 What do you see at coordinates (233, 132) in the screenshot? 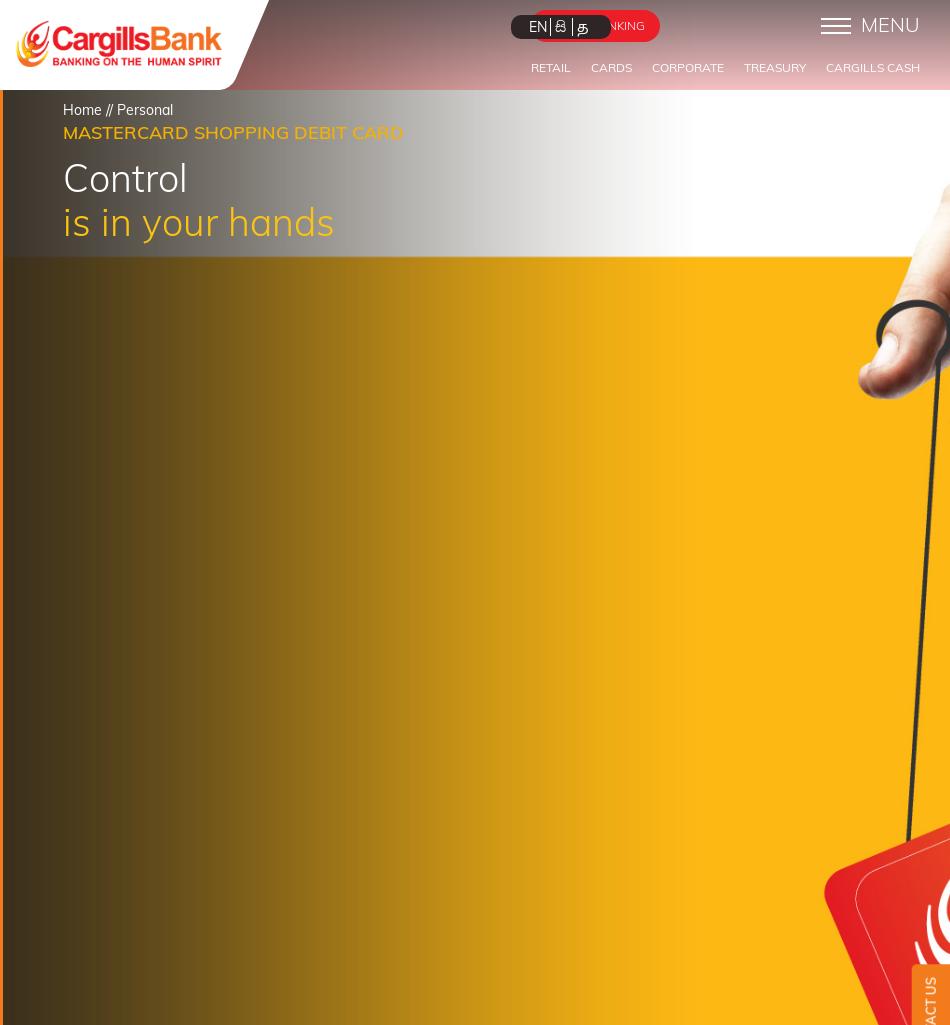
I see `'Mastercard Shopping Debit Card'` at bounding box center [233, 132].